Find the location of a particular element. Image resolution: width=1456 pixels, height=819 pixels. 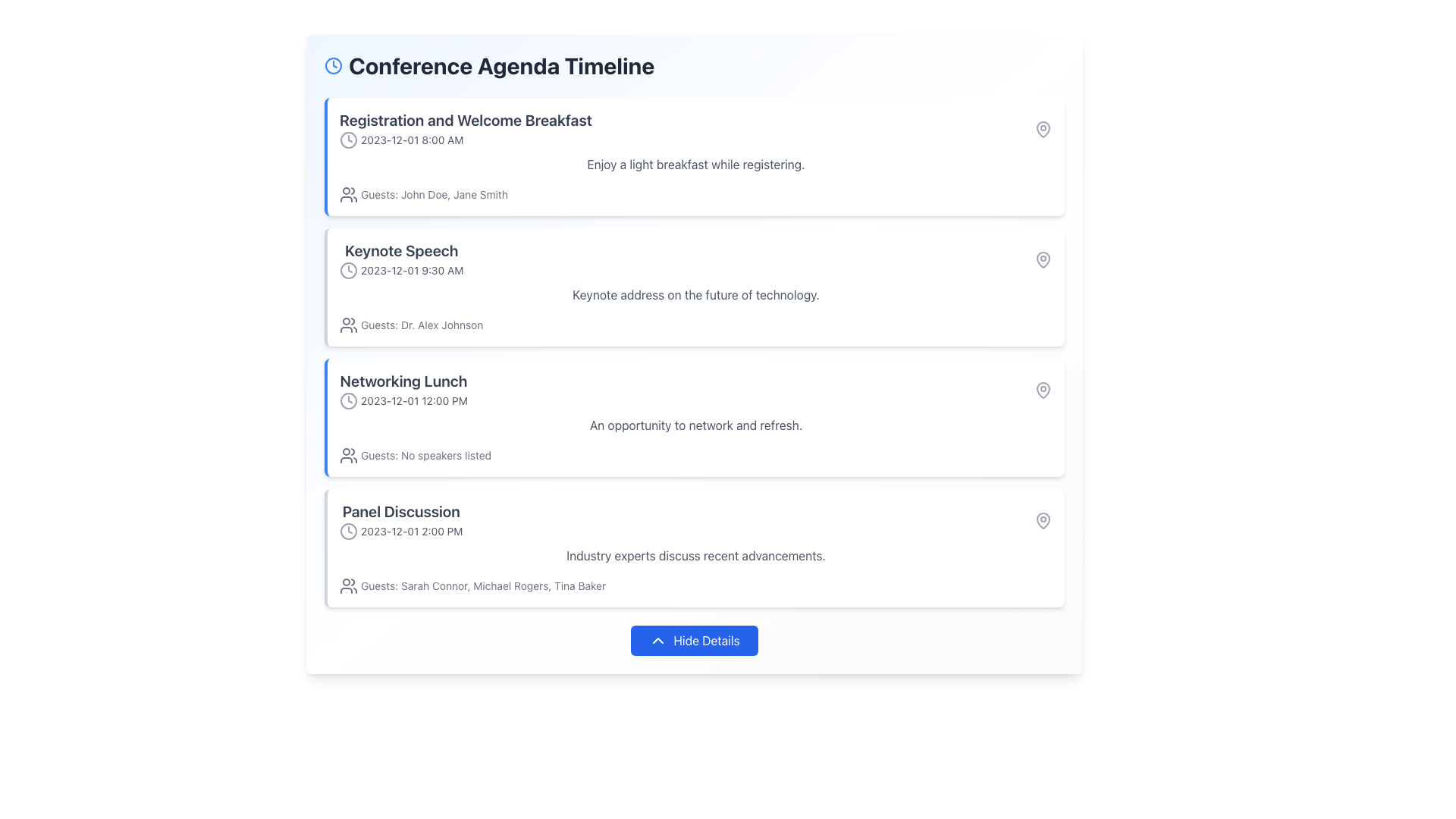

the clock icon located in the 'Panel Discussion' section, which is situated to the left of the timestamp '2023-12-01 2:00 PM' is located at coordinates (348, 531).